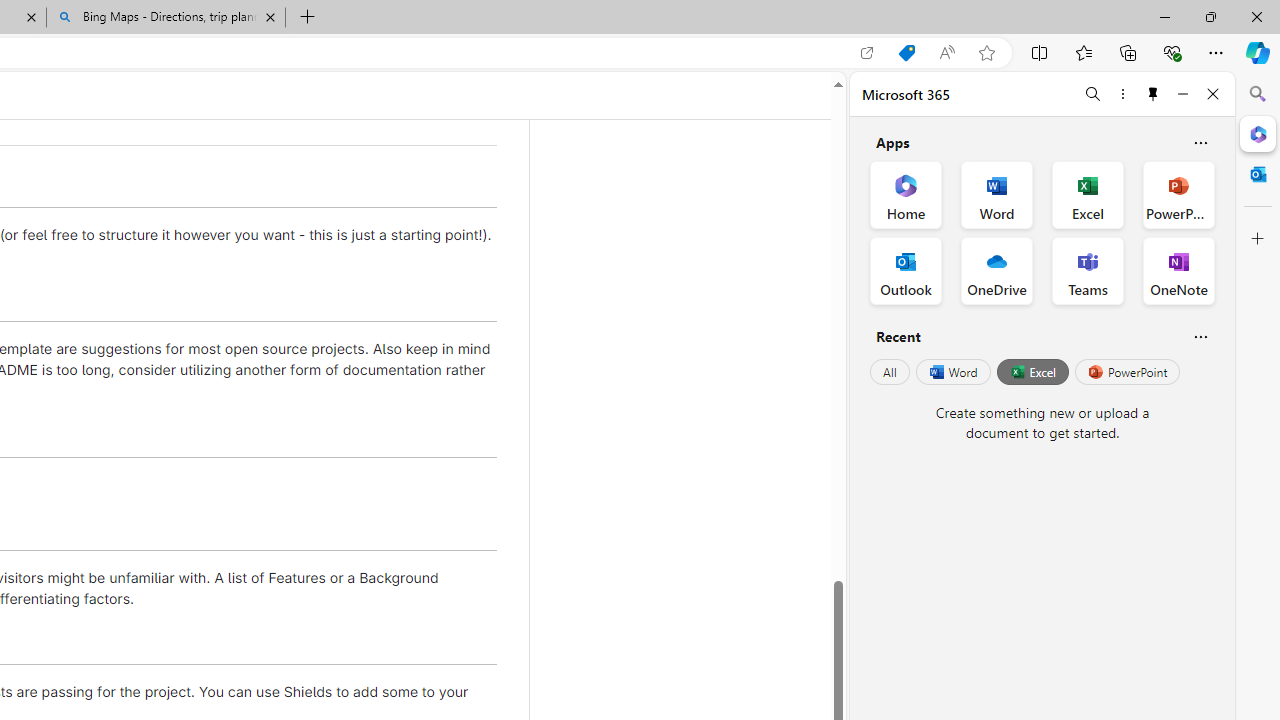 Image resolution: width=1280 pixels, height=720 pixels. Describe the element at coordinates (1127, 372) in the screenshot. I see `'PowerPoint'` at that location.